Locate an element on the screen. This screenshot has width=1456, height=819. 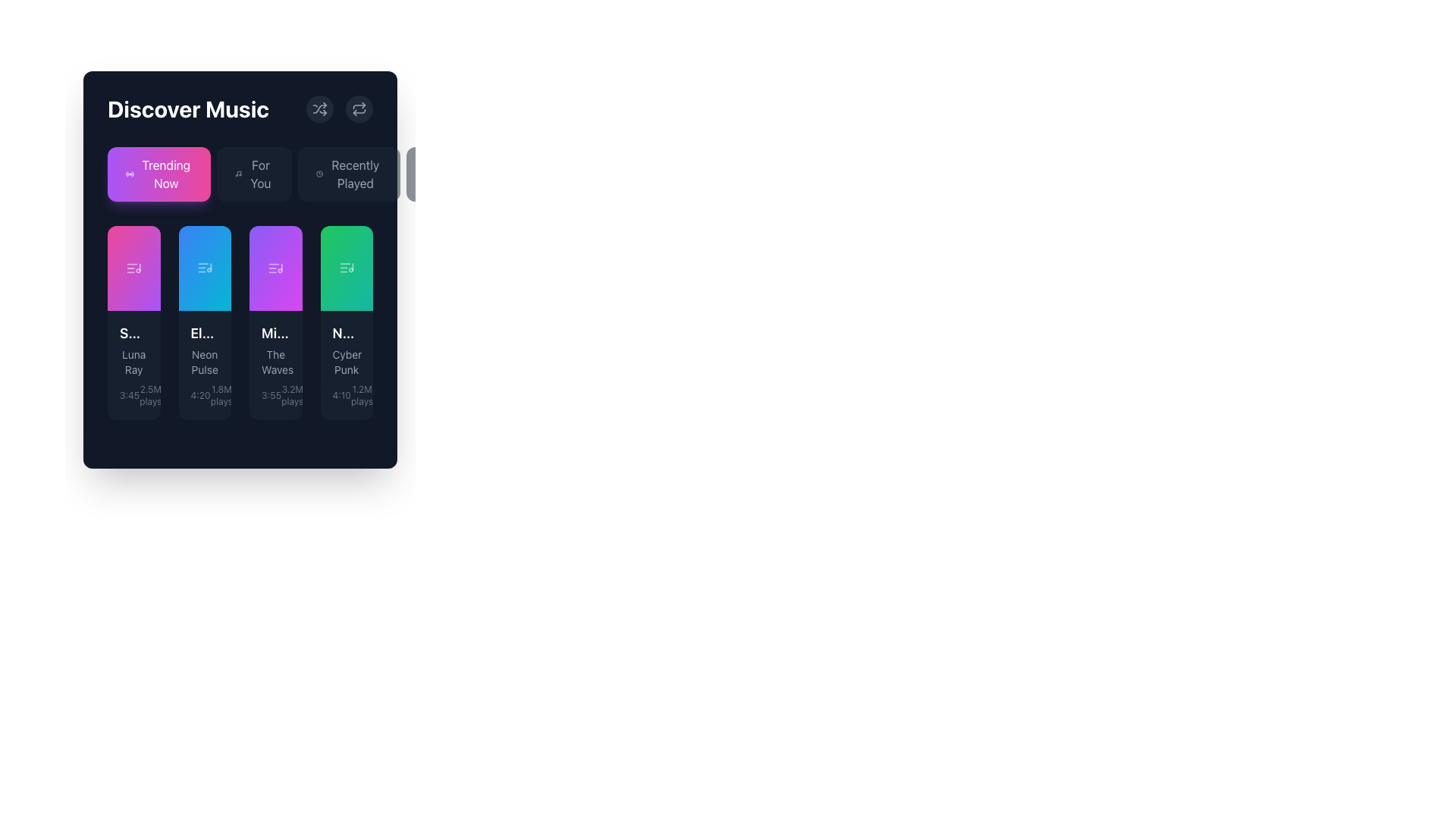
the third List Item Card in the 'Discover Music' section is located at coordinates (275, 322).